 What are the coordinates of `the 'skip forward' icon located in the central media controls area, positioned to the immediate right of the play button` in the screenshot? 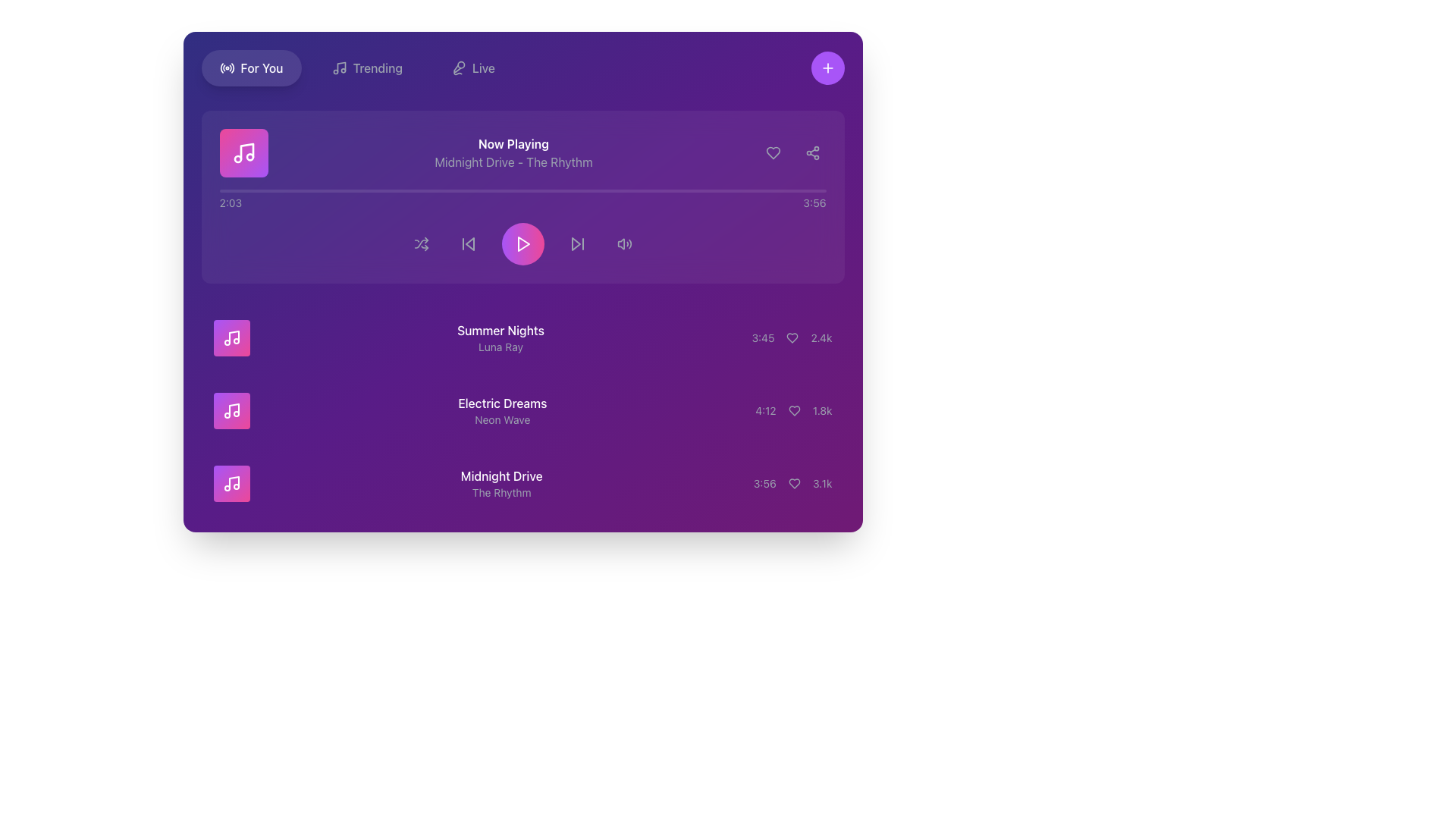 It's located at (575, 243).